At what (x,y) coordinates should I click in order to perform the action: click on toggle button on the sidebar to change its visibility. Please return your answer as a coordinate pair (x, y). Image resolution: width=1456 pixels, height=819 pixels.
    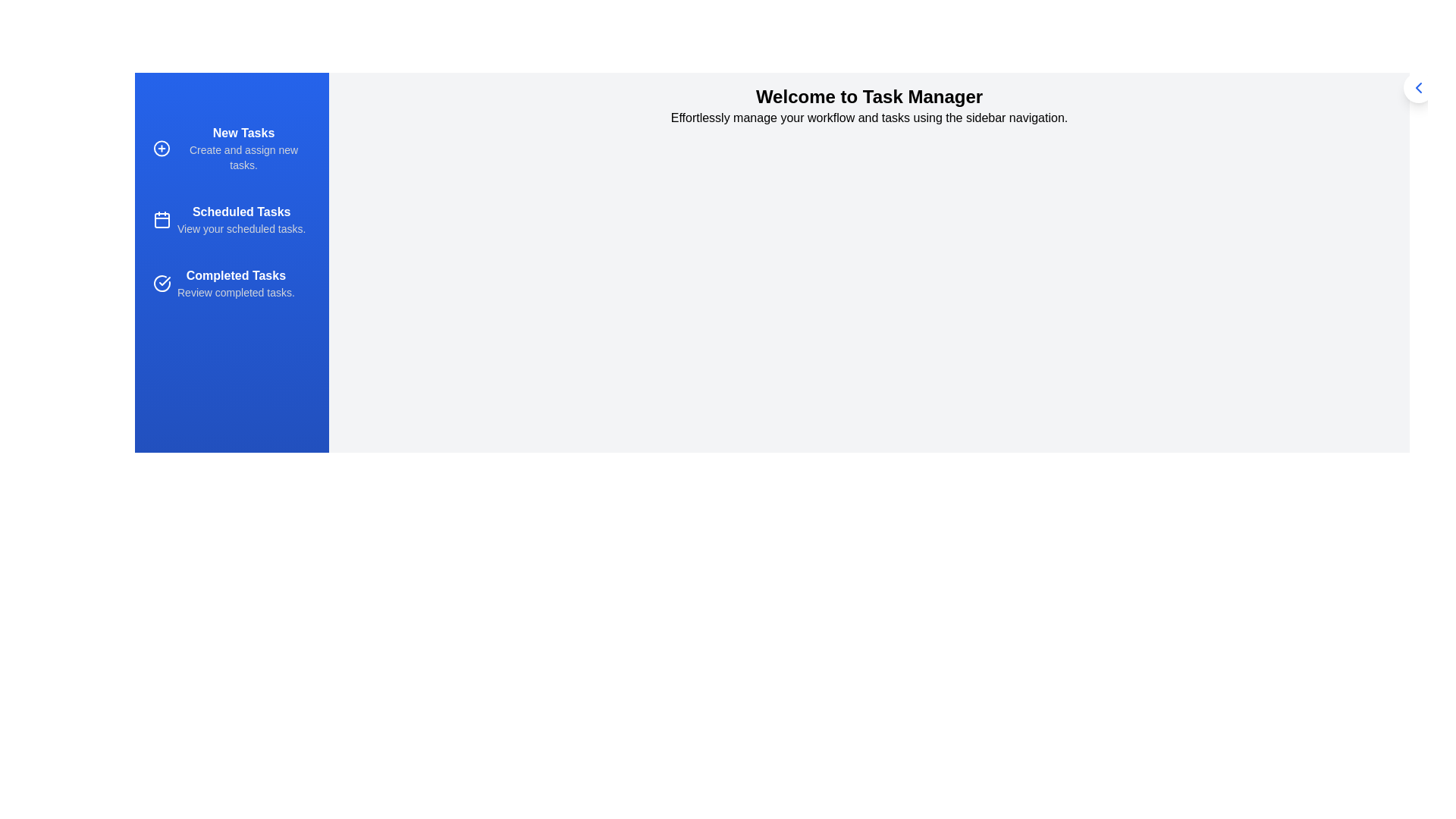
    Looking at the image, I should click on (1418, 87).